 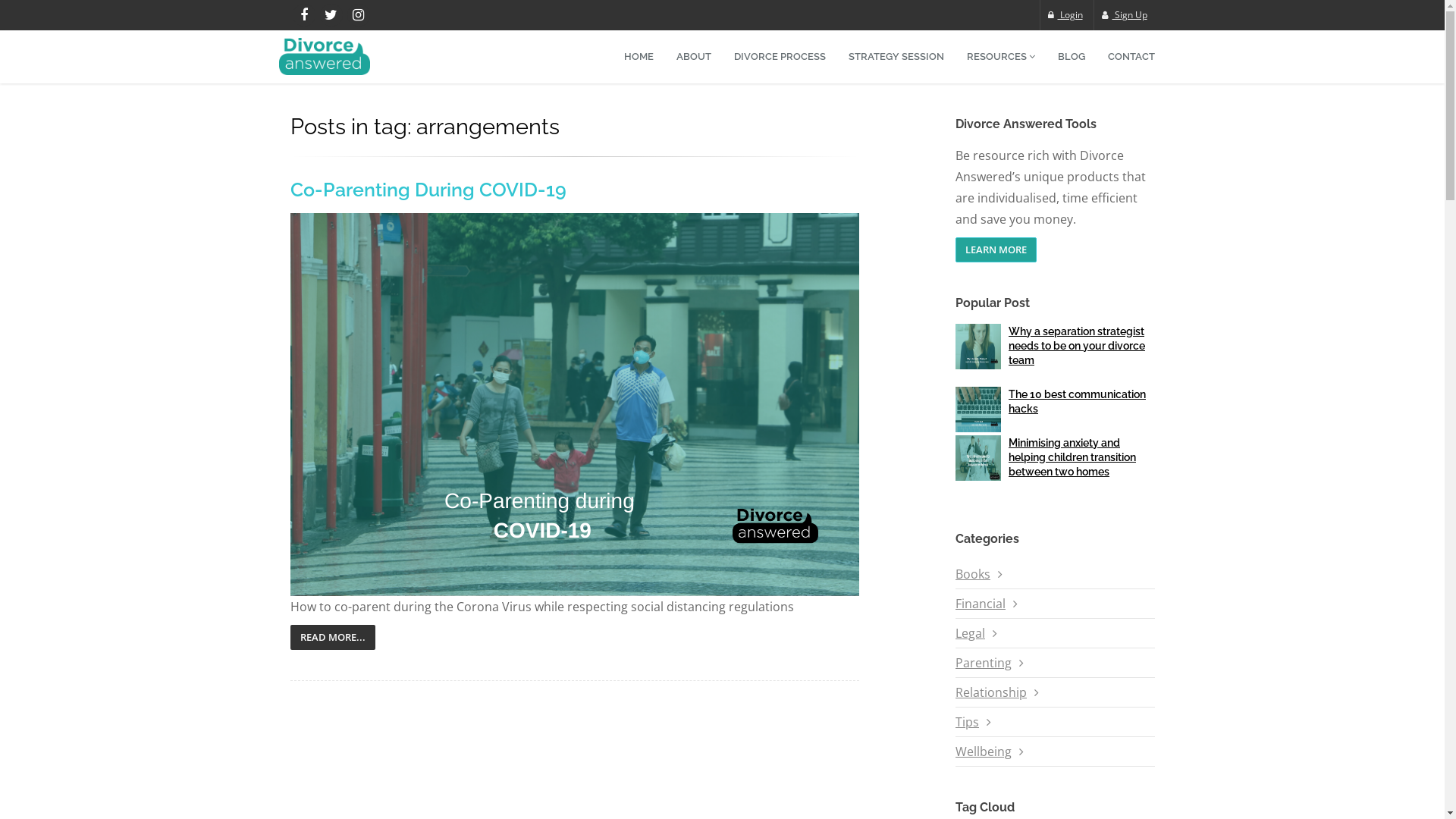 What do you see at coordinates (972, 573) in the screenshot?
I see `'Books'` at bounding box center [972, 573].